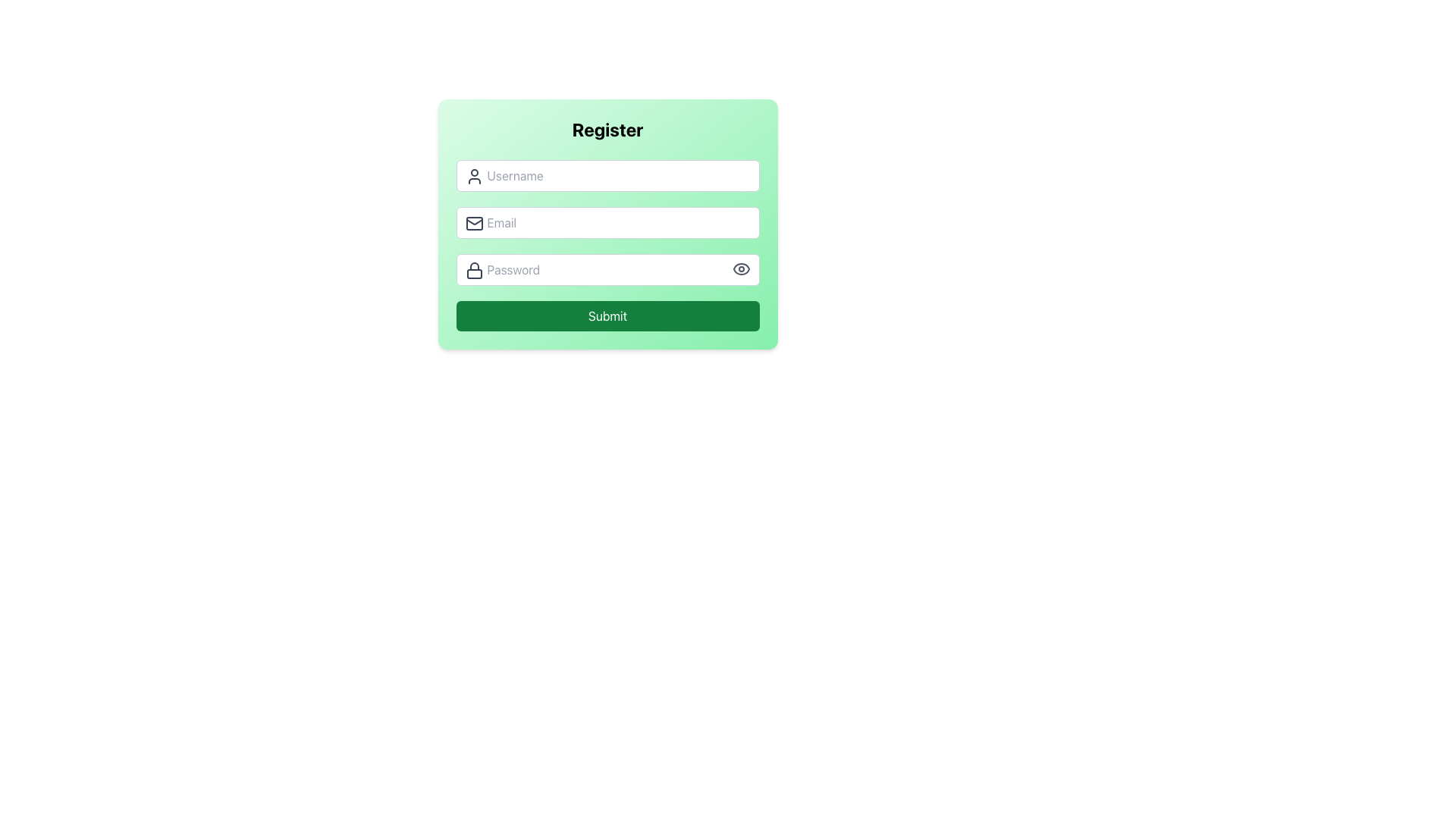  What do you see at coordinates (473, 223) in the screenshot?
I see `the main rectangular body of the envelope icon, which is part of the SVG graphic in the registration form, located to the left of the 'Email' input field` at bounding box center [473, 223].